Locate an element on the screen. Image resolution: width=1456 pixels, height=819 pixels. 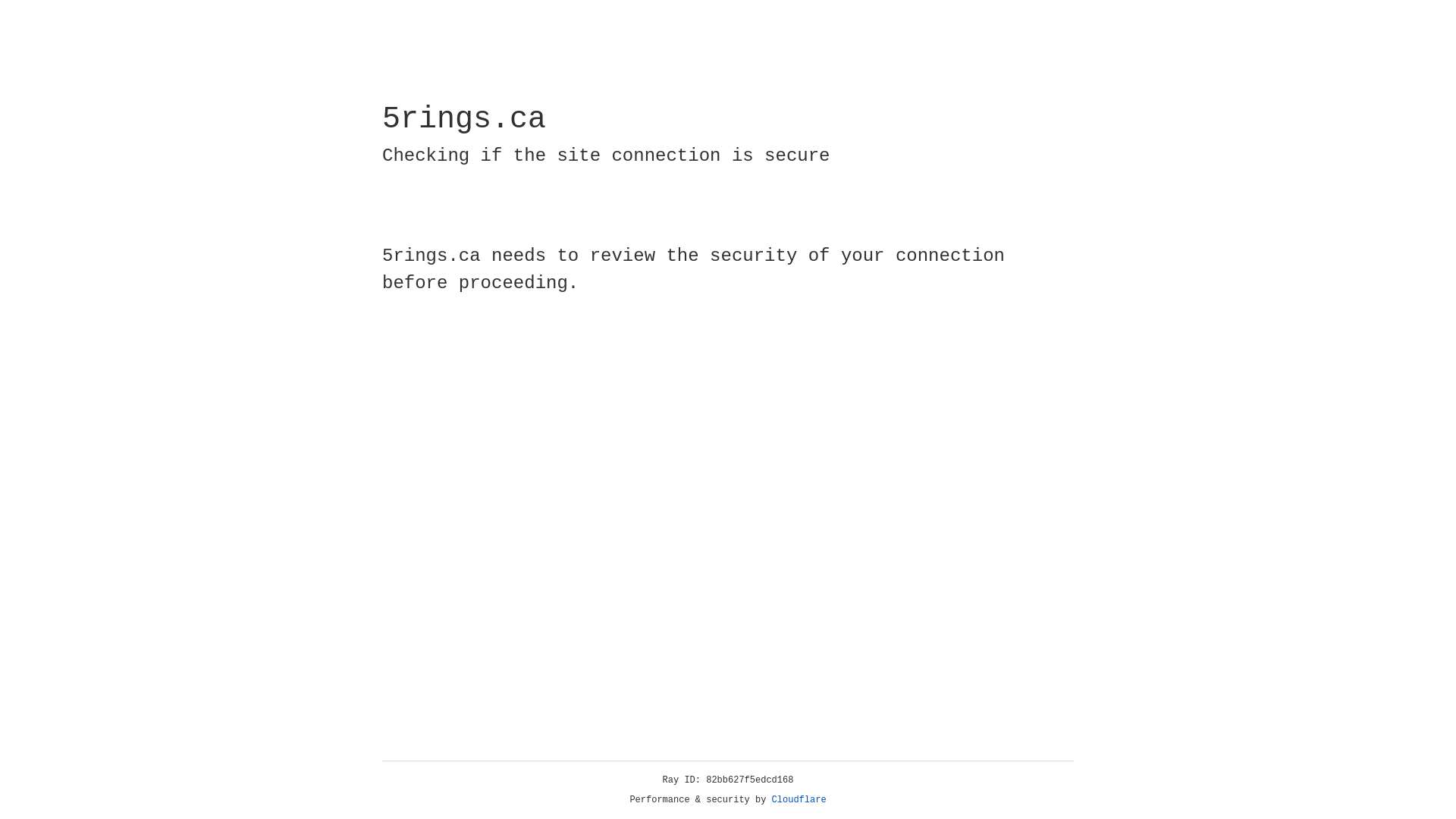
'Cloudflare' is located at coordinates (799, 799).